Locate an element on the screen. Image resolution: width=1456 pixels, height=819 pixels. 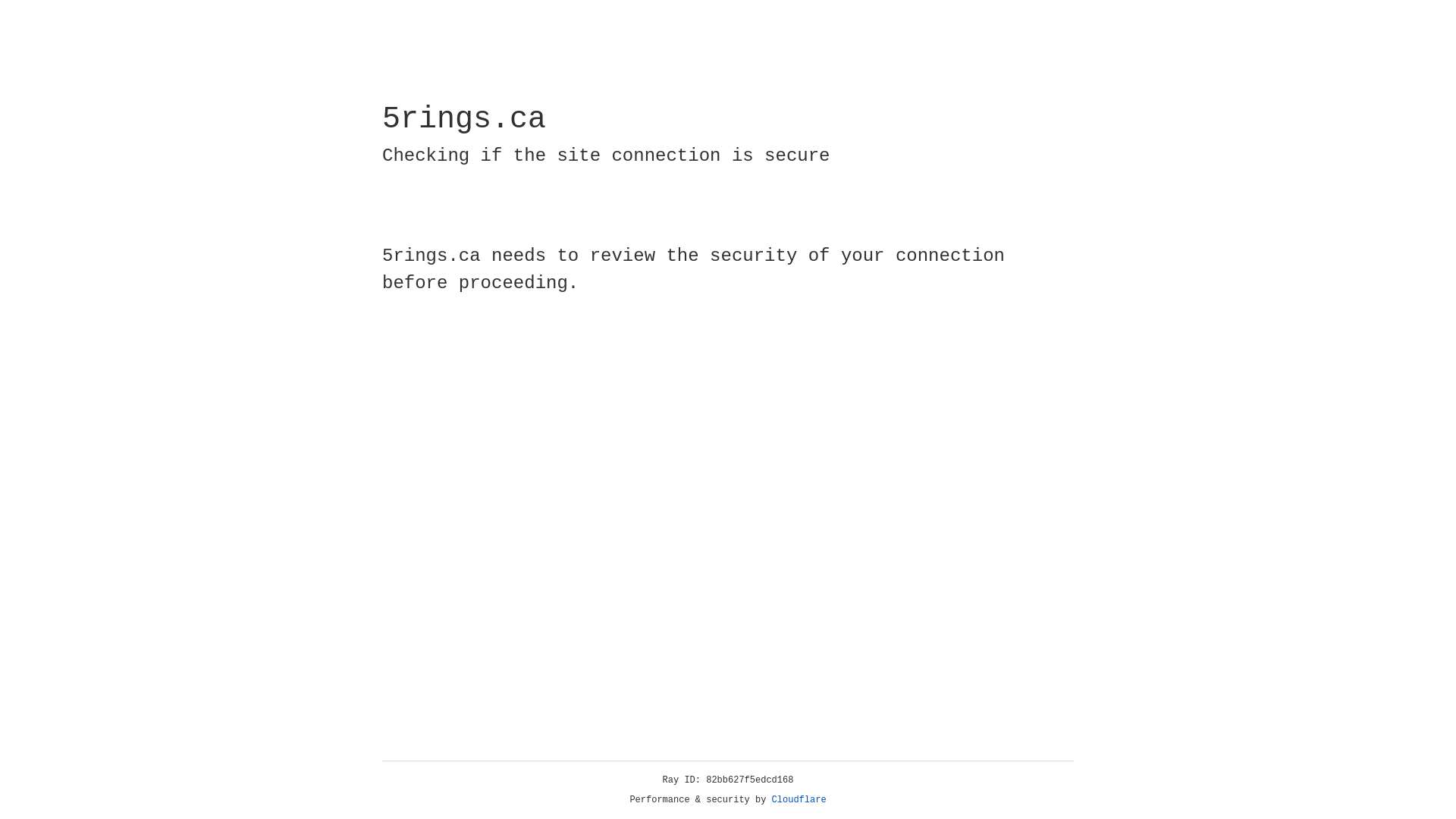
'Cloudflare' is located at coordinates (799, 799).